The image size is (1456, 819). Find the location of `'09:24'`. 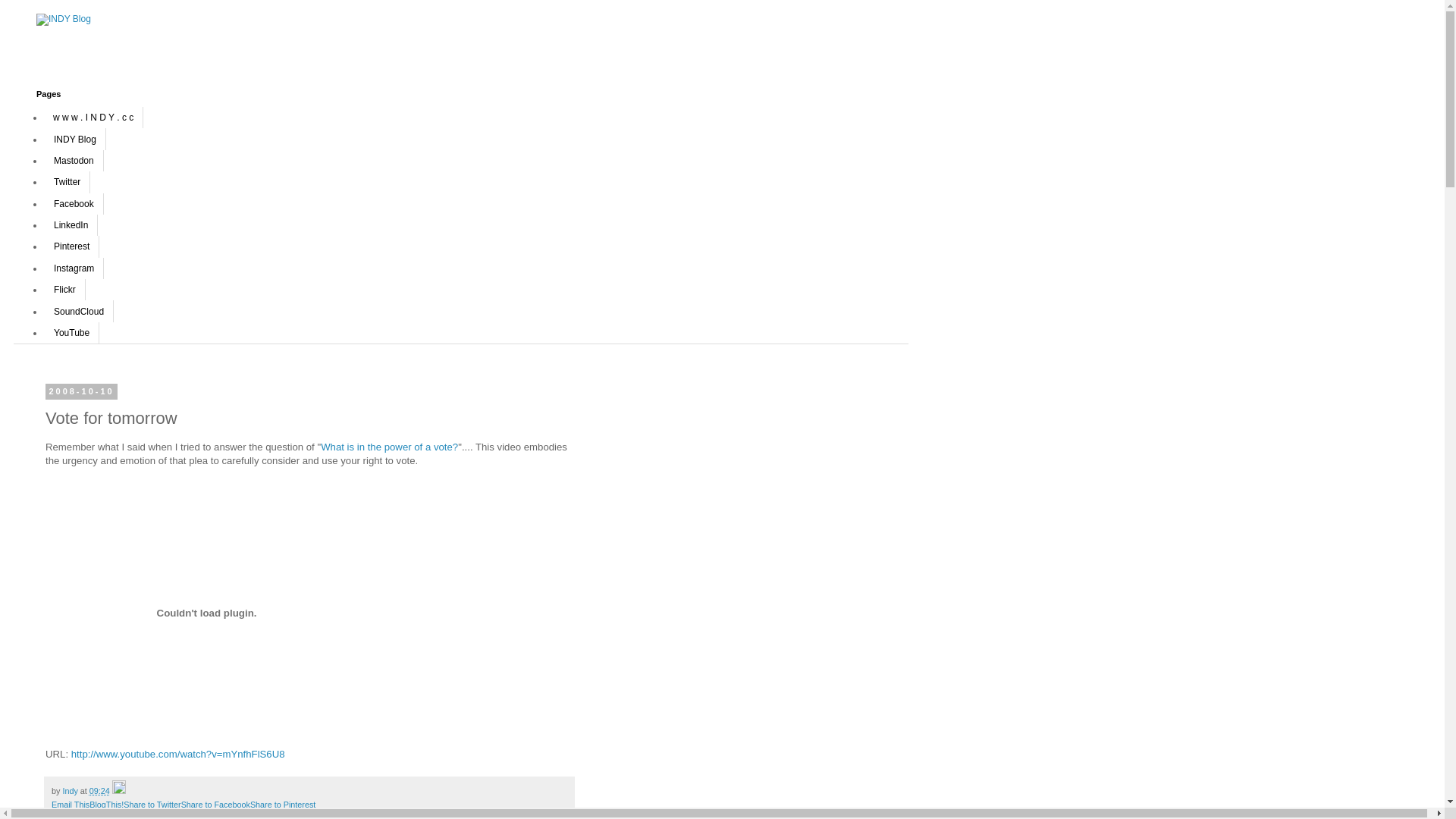

'09:24' is located at coordinates (89, 789).